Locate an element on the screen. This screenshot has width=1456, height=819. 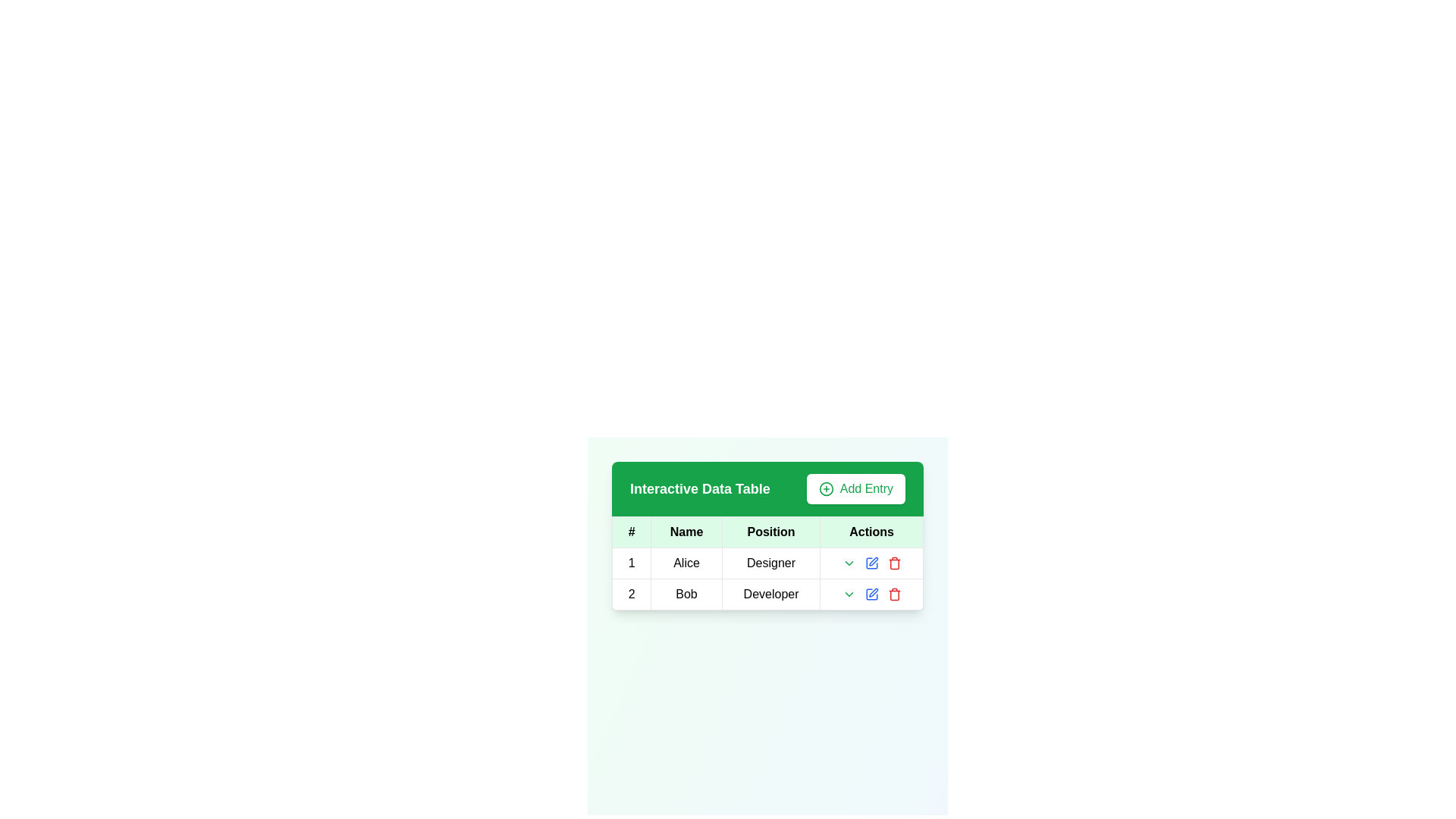
the 'Position' column label in the table, which is the third column header located between the 'Name' and 'Actions' headers is located at coordinates (771, 532).